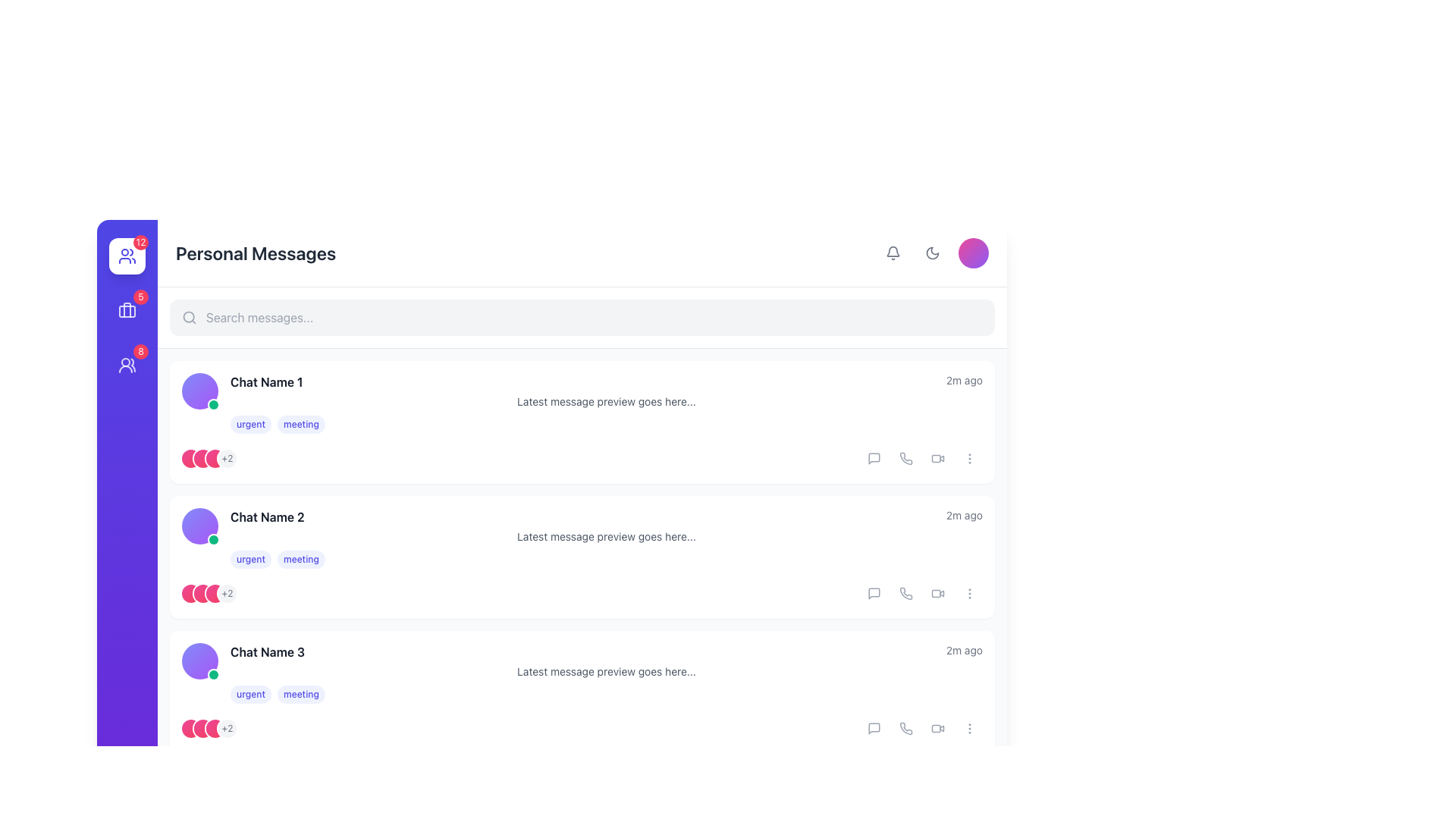  I want to click on the phone handset icon, which is the second icon from the left, so click(906, 458).